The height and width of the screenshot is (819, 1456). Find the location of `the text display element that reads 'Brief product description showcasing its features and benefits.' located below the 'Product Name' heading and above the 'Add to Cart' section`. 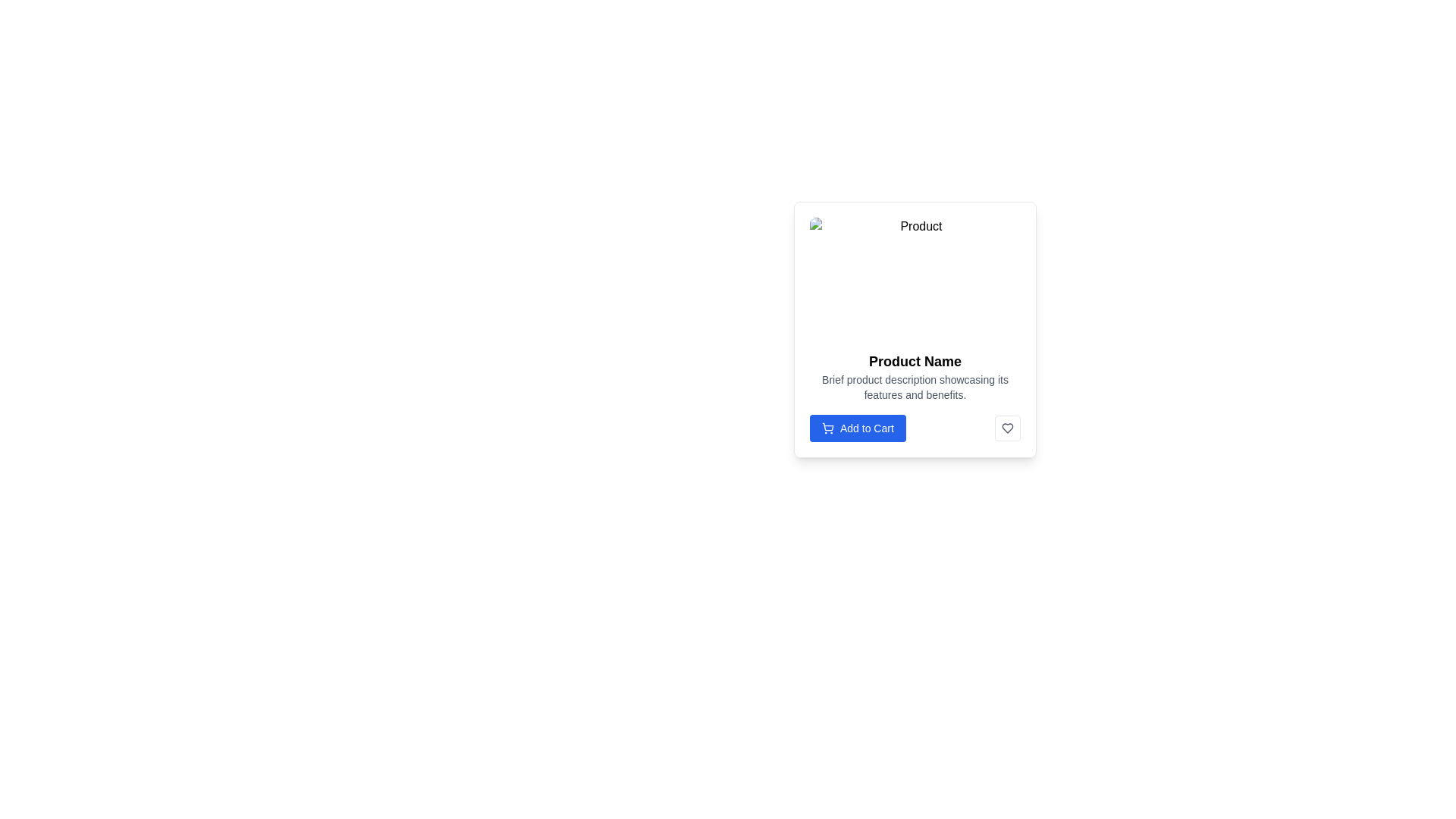

the text display element that reads 'Brief product description showcasing its features and benefits.' located below the 'Product Name' heading and above the 'Add to Cart' section is located at coordinates (914, 386).